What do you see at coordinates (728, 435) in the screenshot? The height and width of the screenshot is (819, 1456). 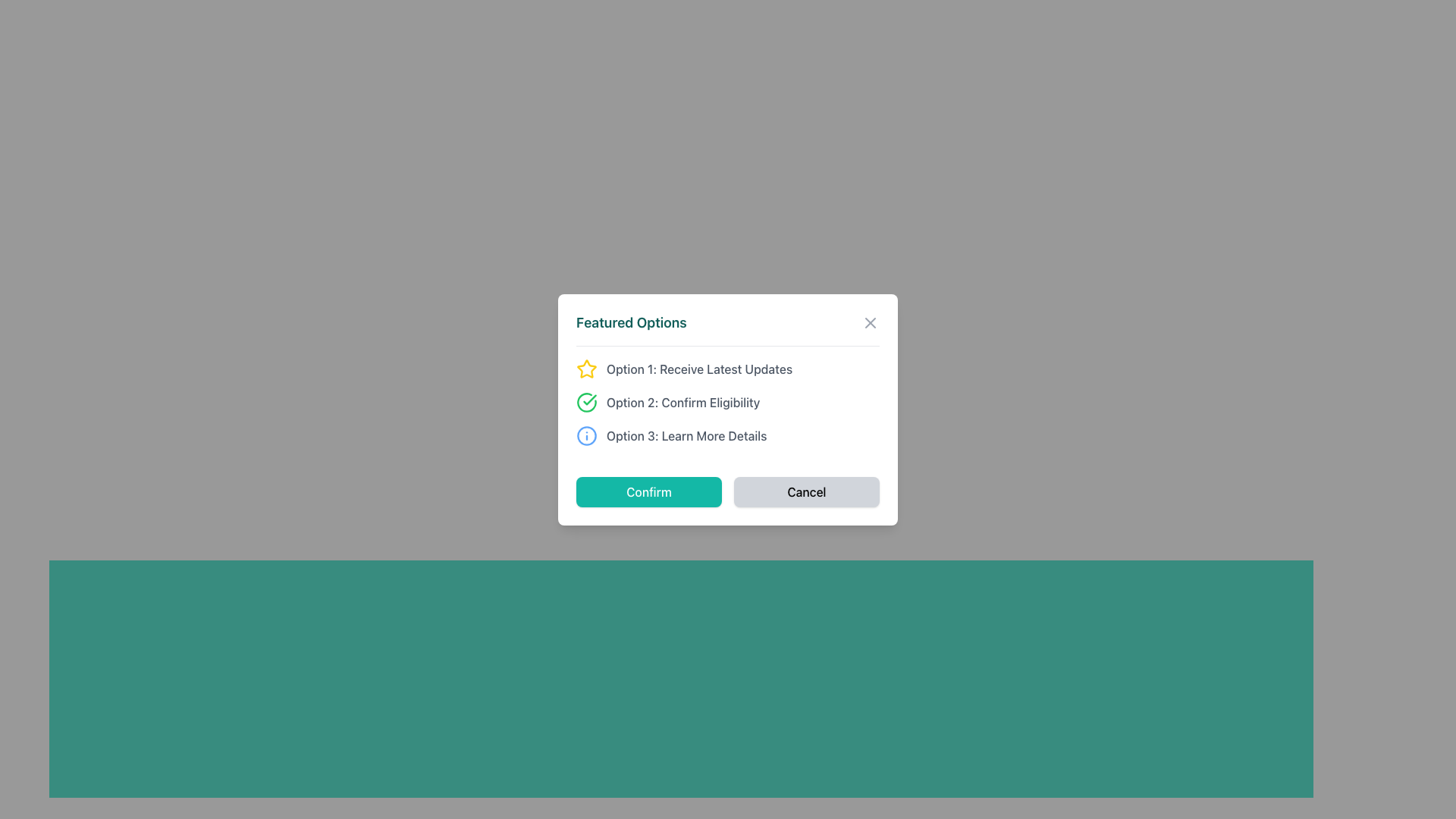 I see `the informational icon text label that allows users` at bounding box center [728, 435].